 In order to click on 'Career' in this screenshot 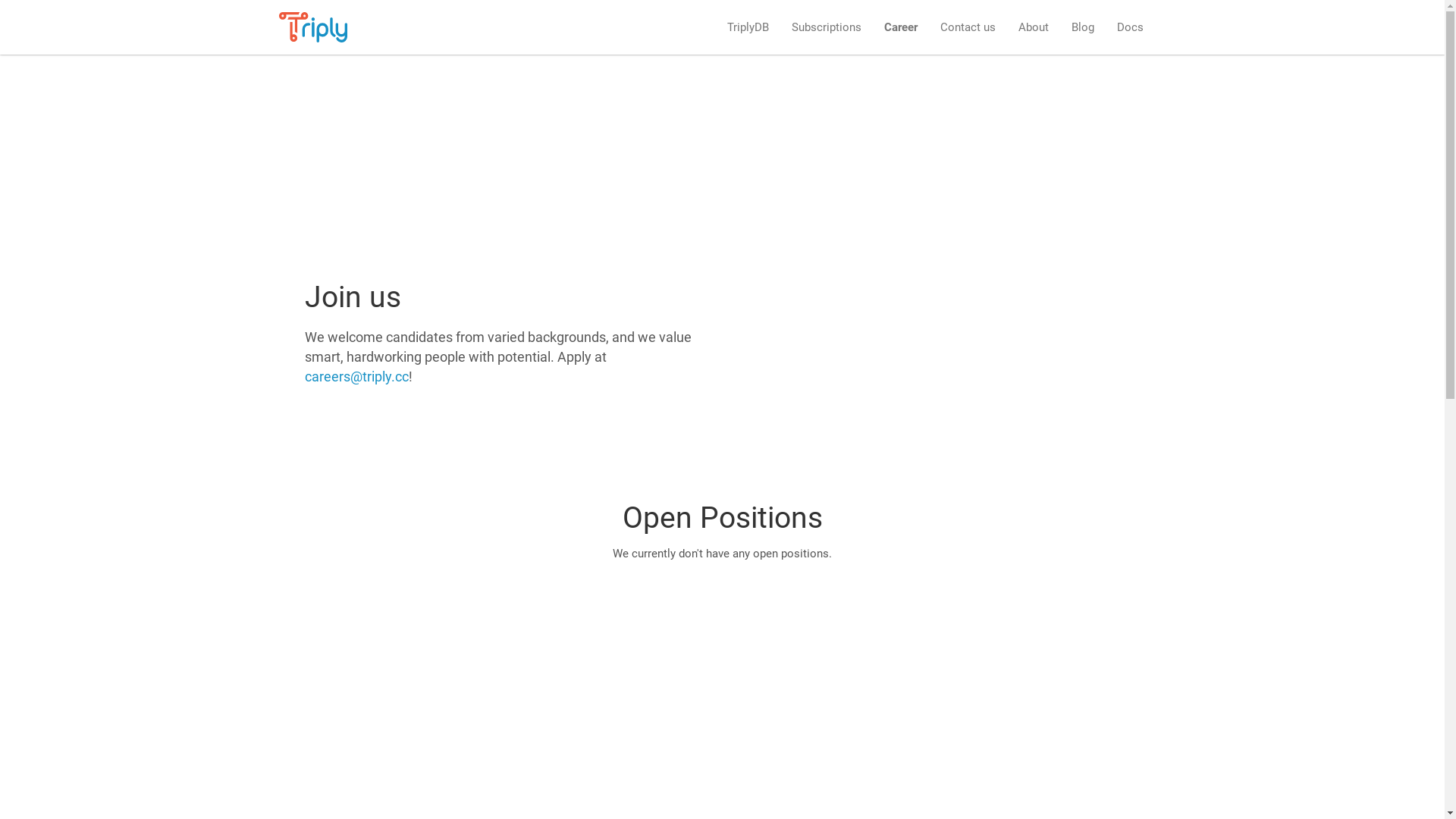, I will do `click(899, 27)`.